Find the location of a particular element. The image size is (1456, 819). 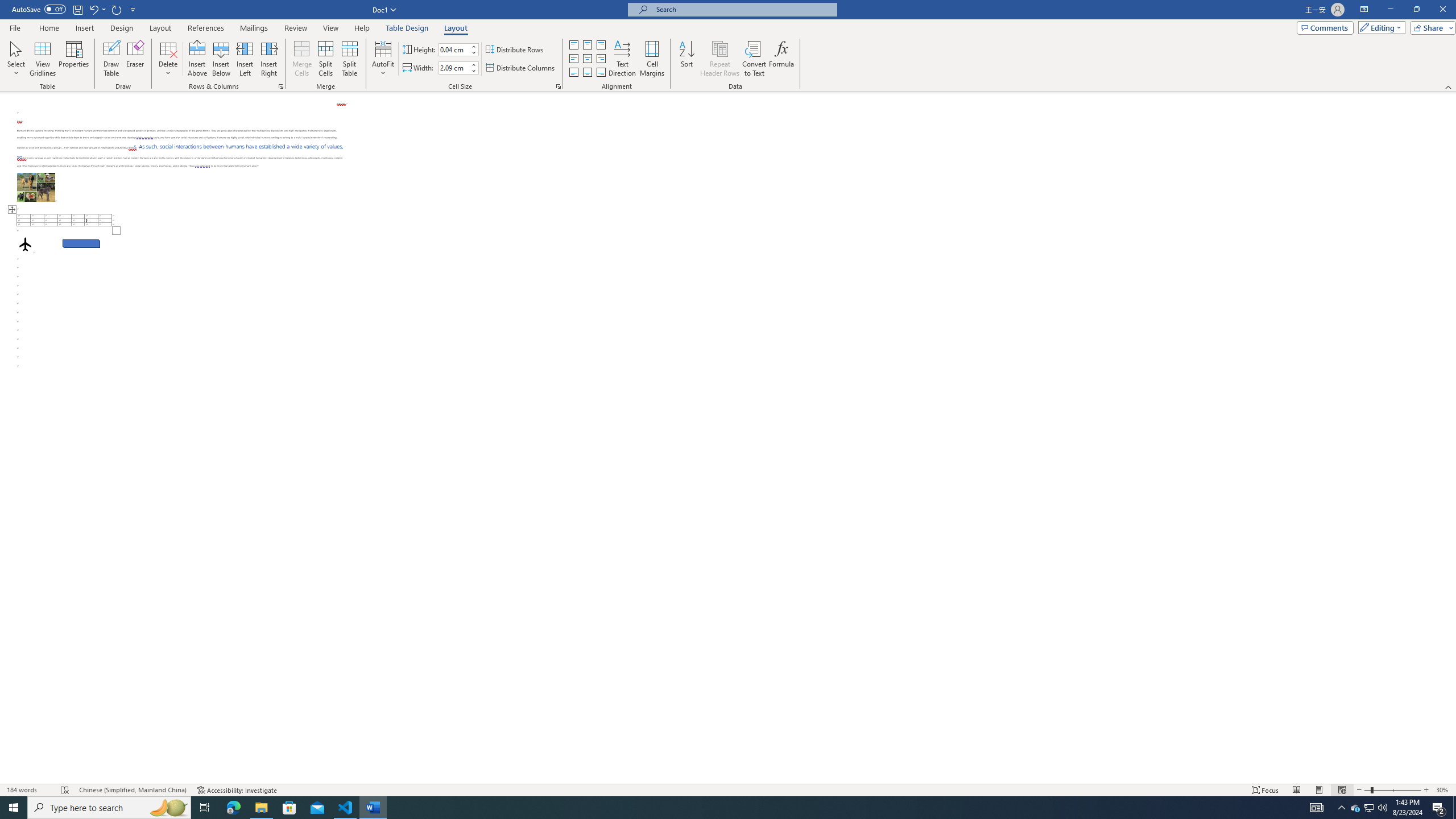

'Distribute Rows' is located at coordinates (515, 49).